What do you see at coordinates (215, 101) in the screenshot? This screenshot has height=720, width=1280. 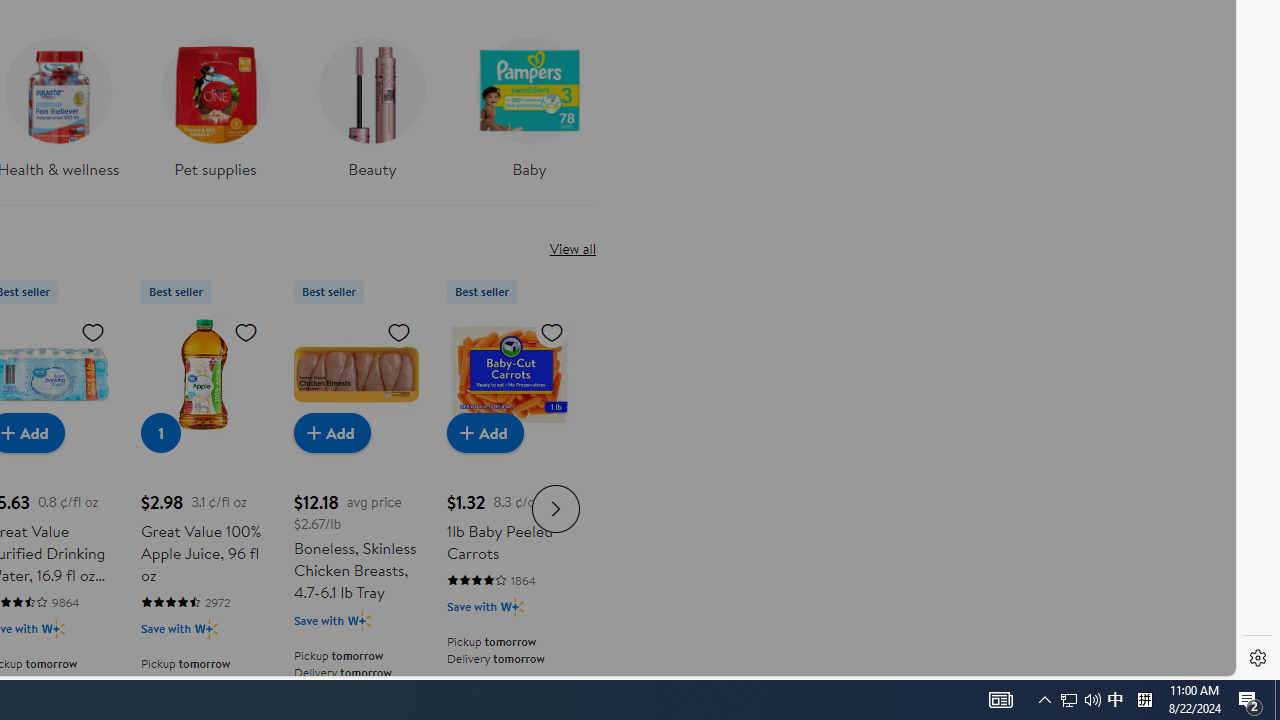 I see `'Pet supplies'` at bounding box center [215, 101].